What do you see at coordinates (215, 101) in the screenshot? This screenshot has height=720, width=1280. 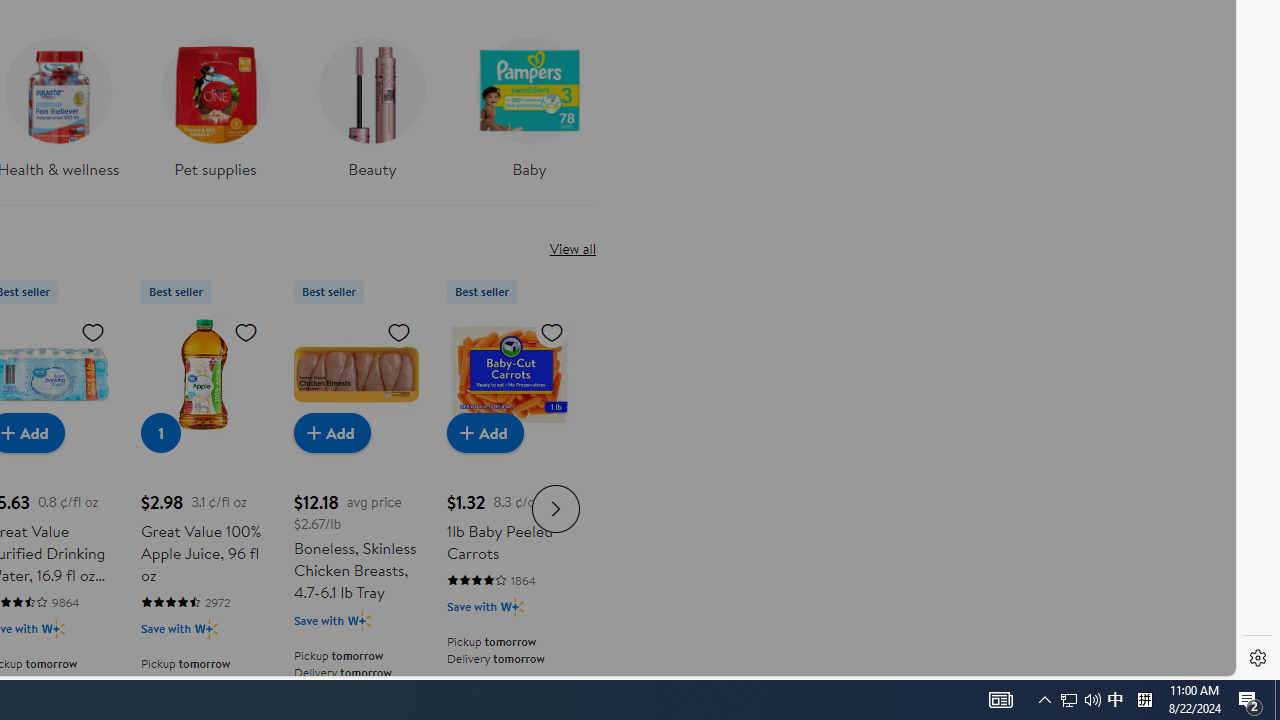 I see `'Pet supplies'` at bounding box center [215, 101].